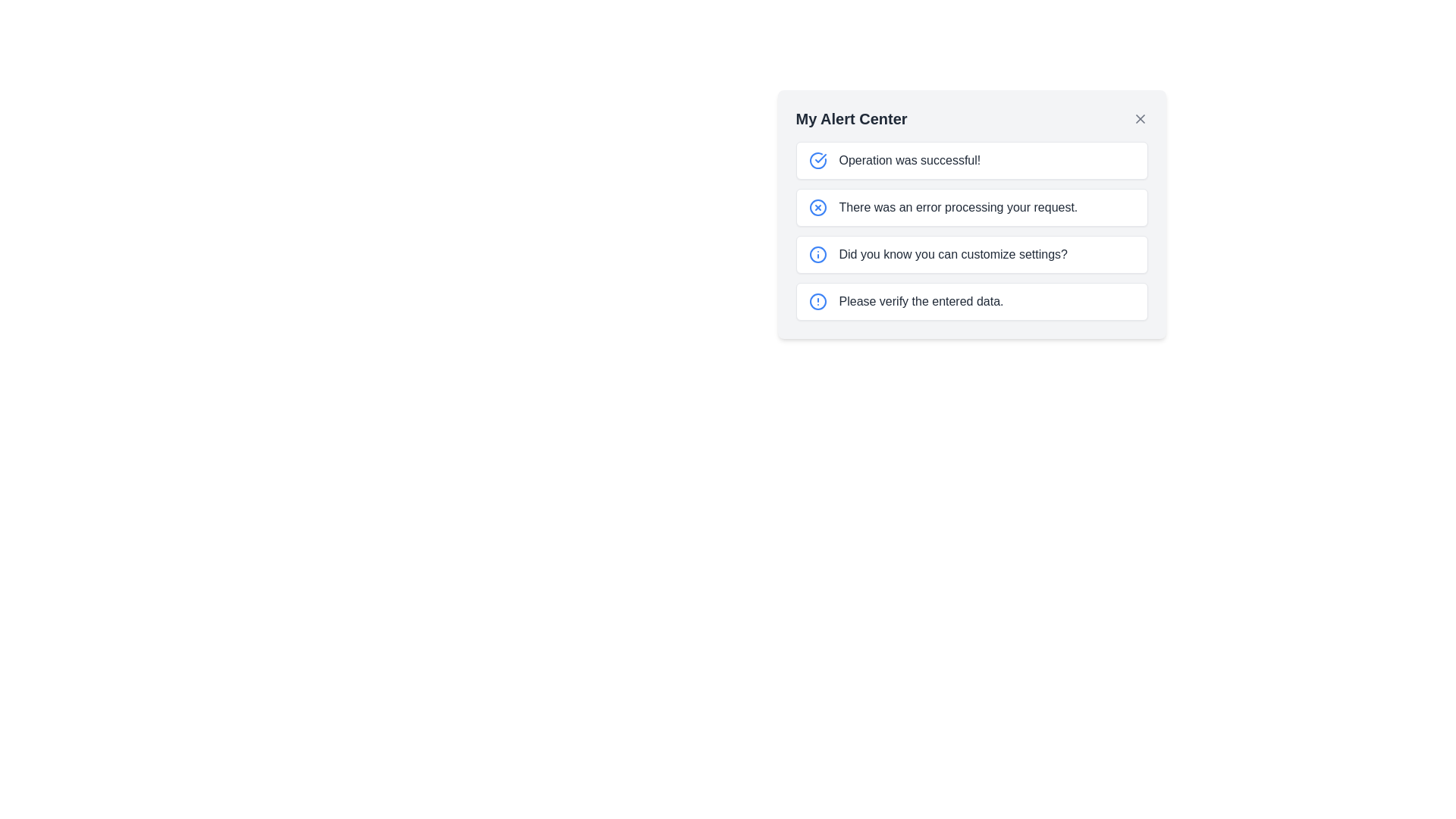  Describe the element at coordinates (817, 253) in the screenshot. I see `the circular vector graphic element in the third item of the 'My Alert Center' section` at that location.